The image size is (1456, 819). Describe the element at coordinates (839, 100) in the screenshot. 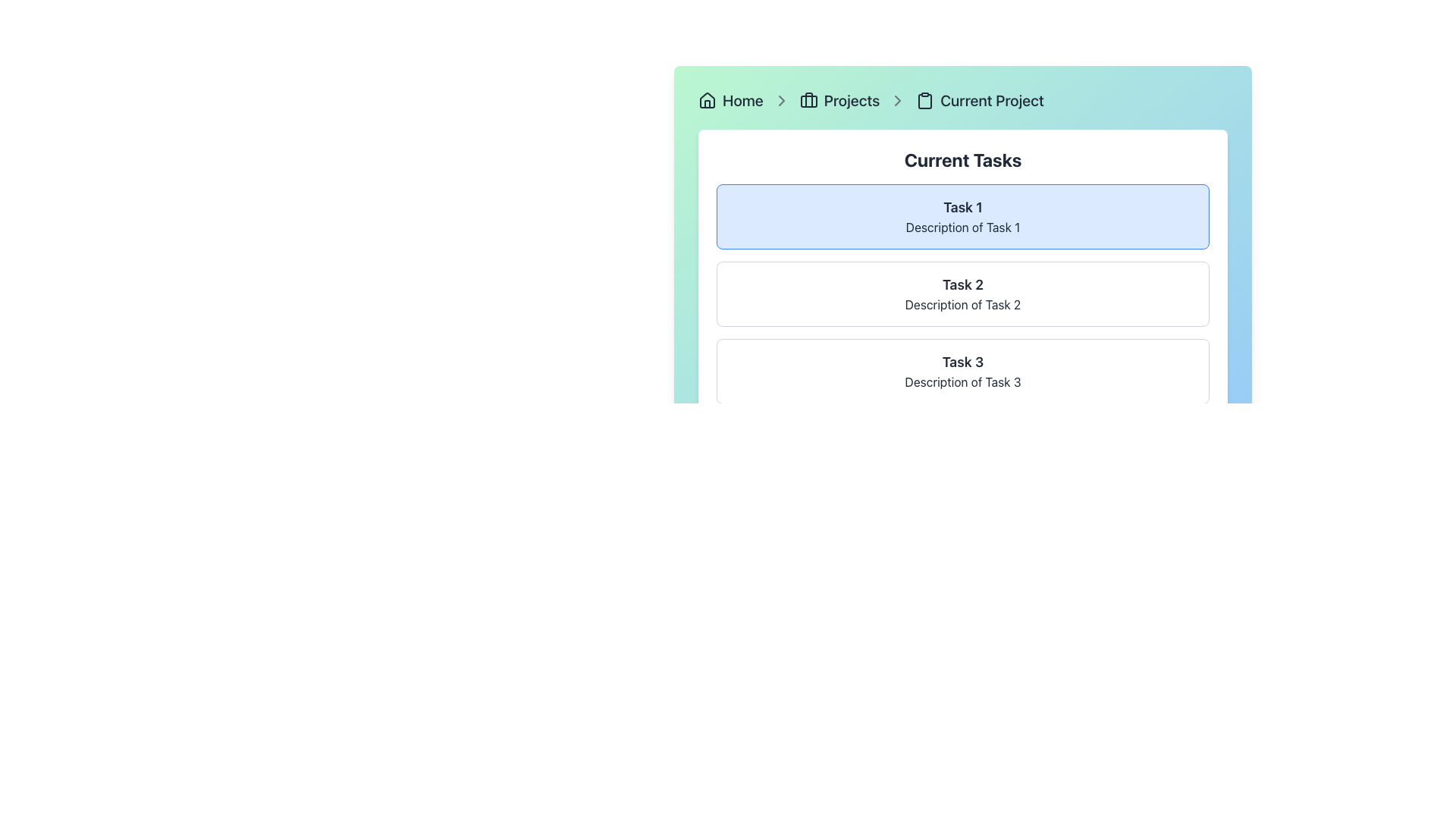

I see `the hyperlink element labeled 'Projects' with a briefcase icon in the breadcrumb navigation bar` at that location.